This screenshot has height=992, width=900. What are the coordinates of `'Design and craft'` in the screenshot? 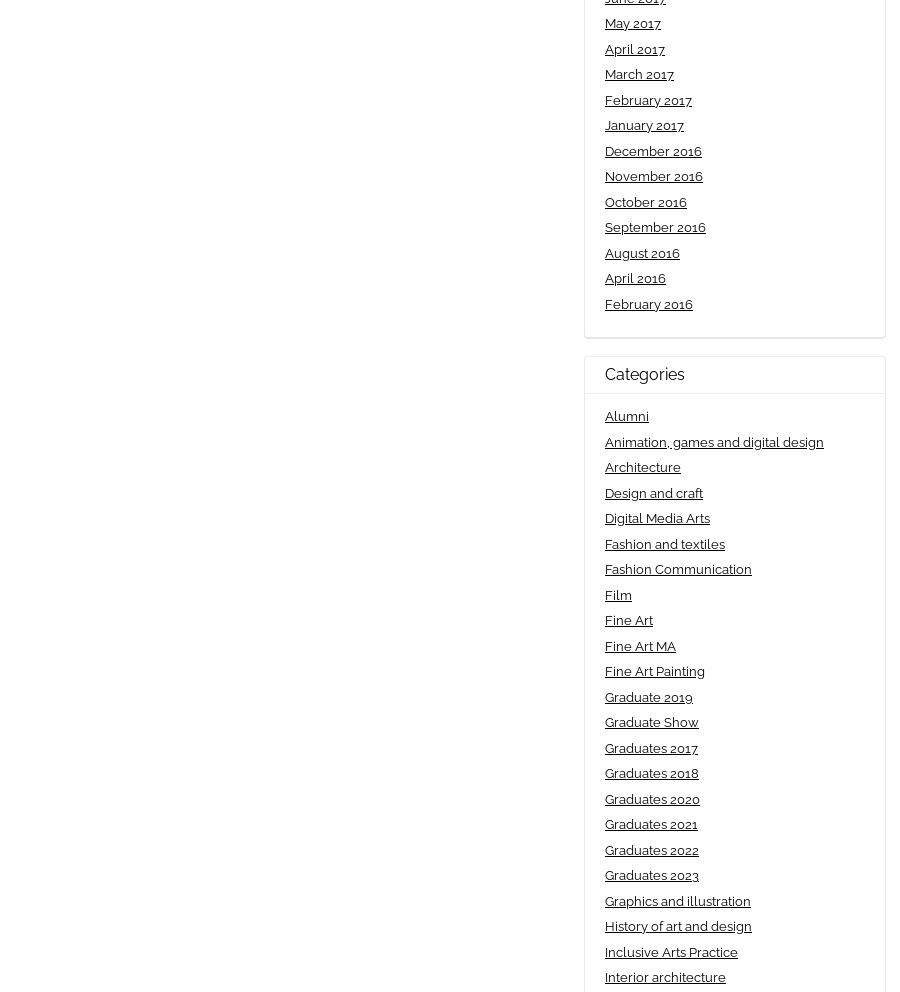 It's located at (654, 492).